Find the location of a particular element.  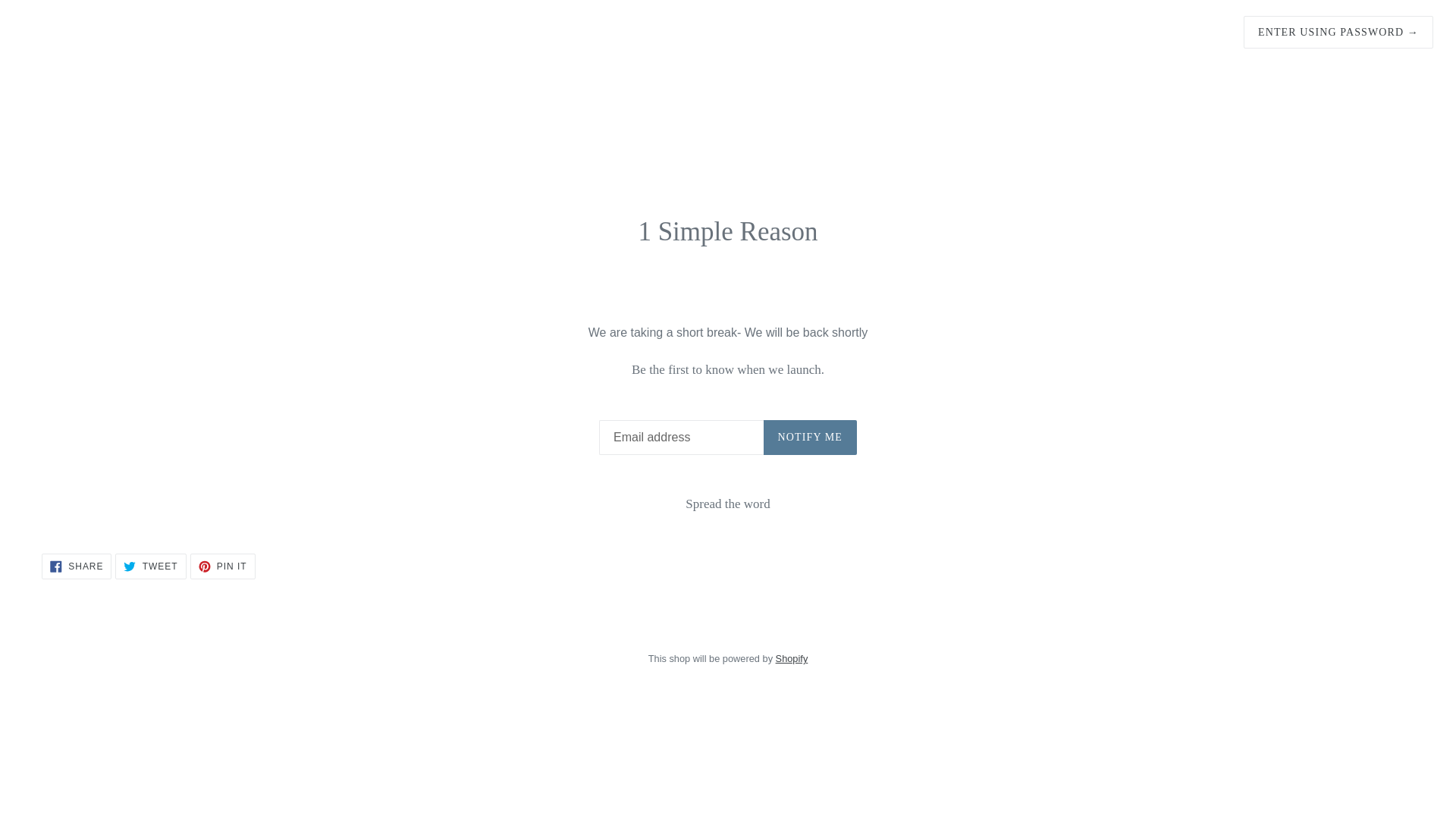

'NOTIFY ME' is located at coordinates (809, 438).